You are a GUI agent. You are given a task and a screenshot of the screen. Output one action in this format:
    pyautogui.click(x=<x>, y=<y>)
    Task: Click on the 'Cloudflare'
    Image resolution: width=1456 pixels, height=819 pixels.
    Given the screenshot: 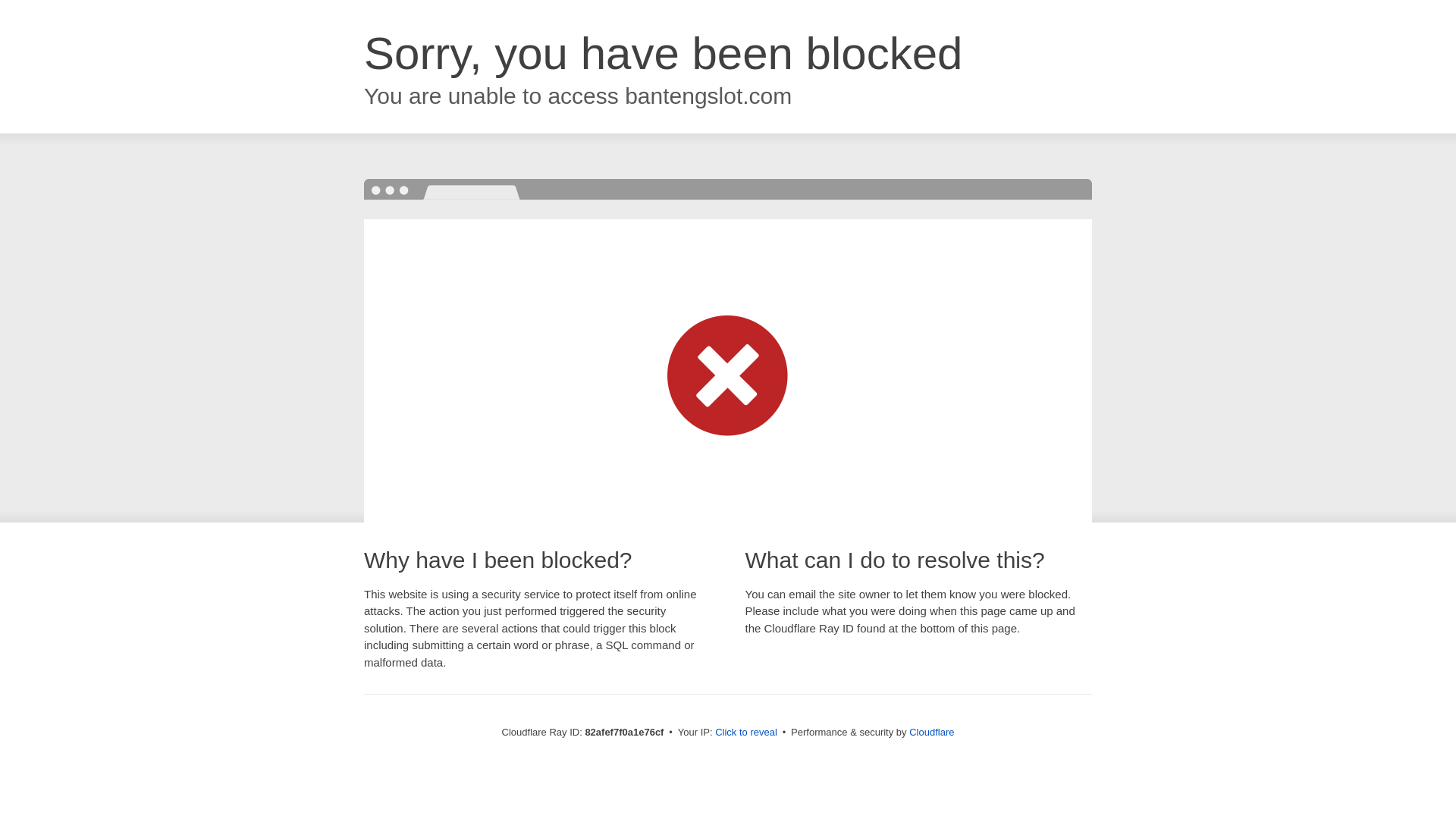 What is the action you would take?
    pyautogui.click(x=930, y=731)
    